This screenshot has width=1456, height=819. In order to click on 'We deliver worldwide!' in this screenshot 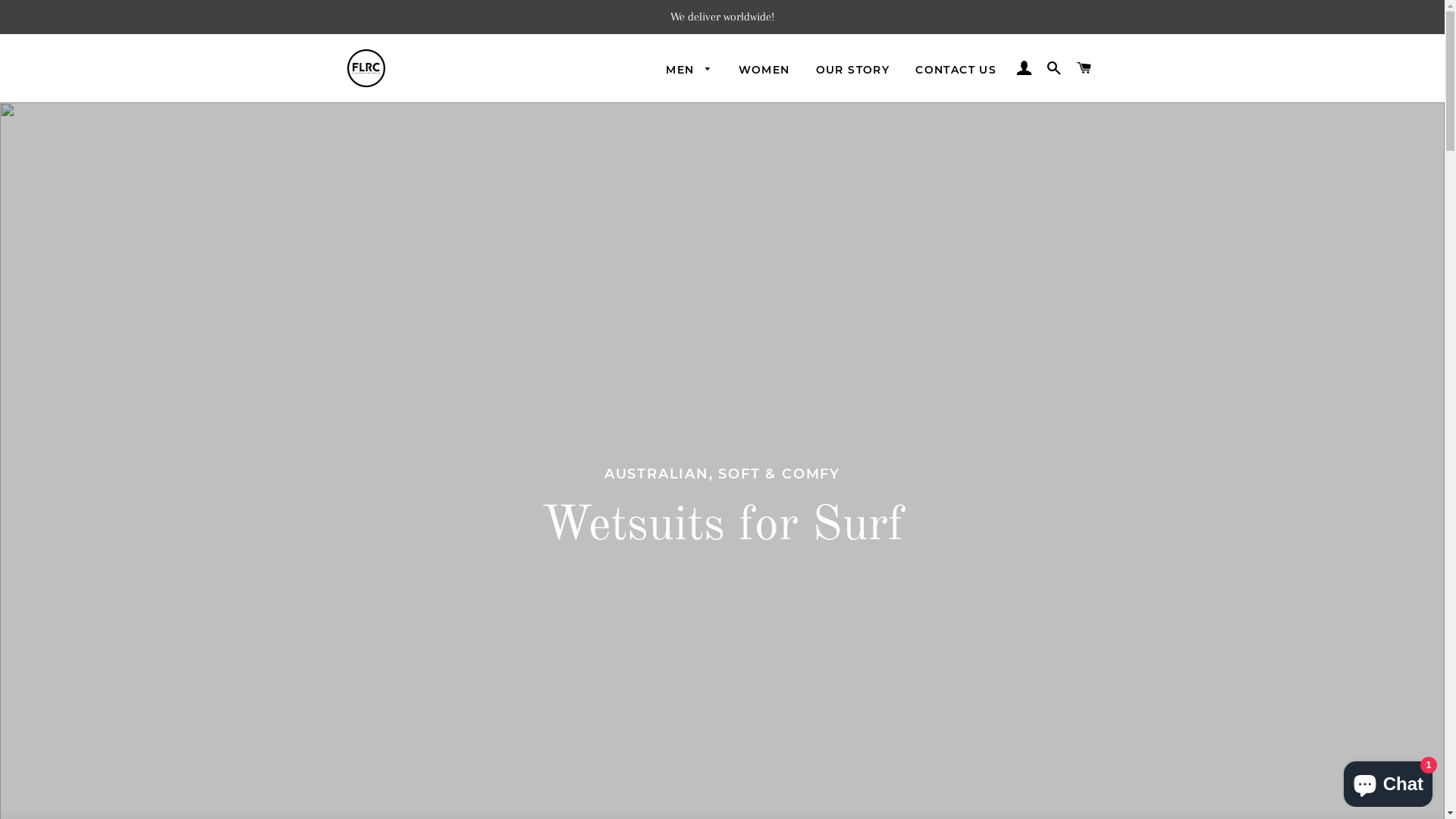, I will do `click(721, 17)`.